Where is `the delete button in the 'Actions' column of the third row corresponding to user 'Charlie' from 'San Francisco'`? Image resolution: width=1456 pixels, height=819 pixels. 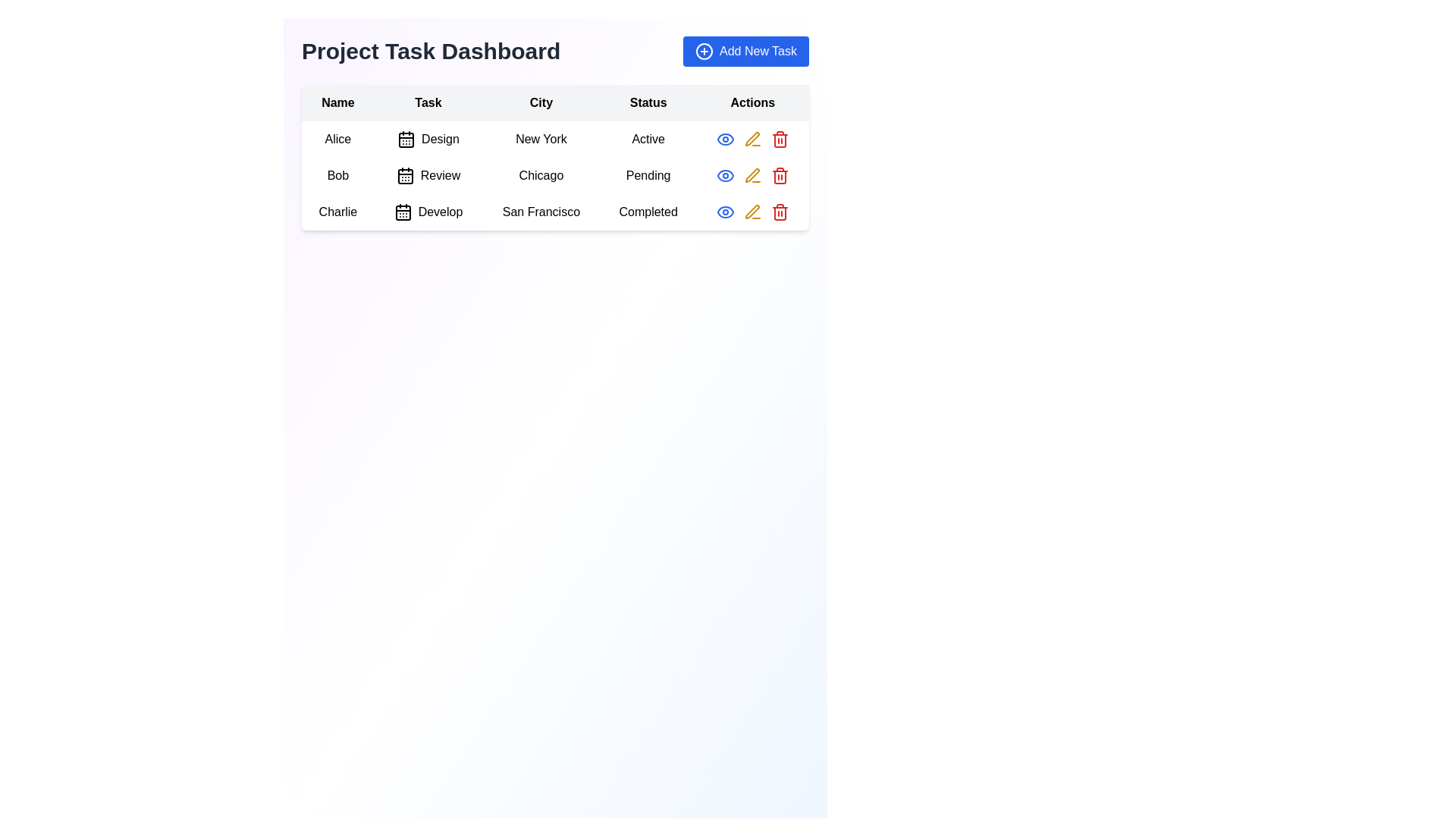 the delete button in the 'Actions' column of the third row corresponding to user 'Charlie' from 'San Francisco' is located at coordinates (780, 140).